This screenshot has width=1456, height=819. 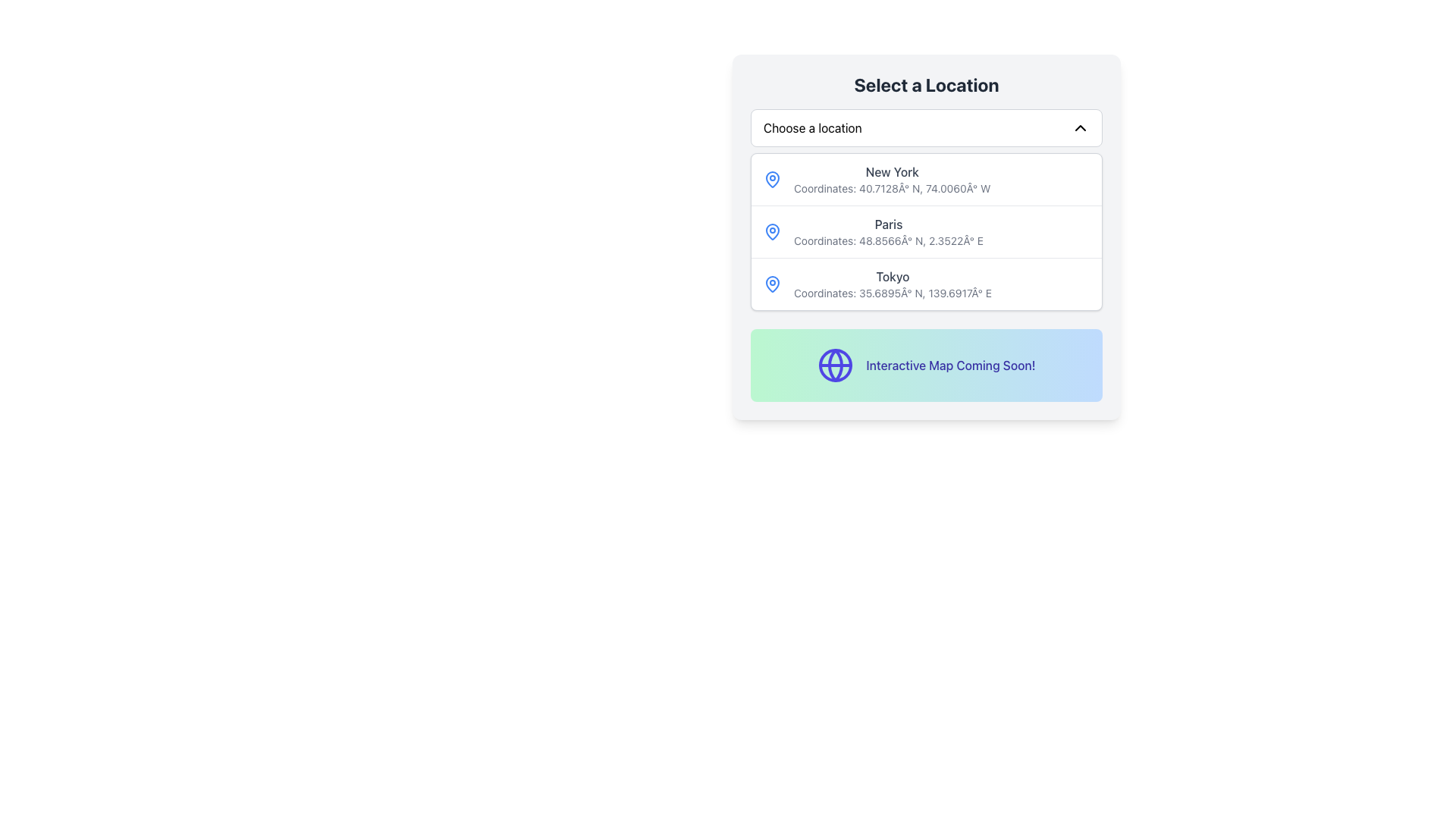 What do you see at coordinates (893, 293) in the screenshot?
I see `the text element displaying 'Coordinates: 35.6895° N, 139.6917° E', which is styled with a smaller font size and gray color, located below the title 'Tokyo' in the list of locations` at bounding box center [893, 293].